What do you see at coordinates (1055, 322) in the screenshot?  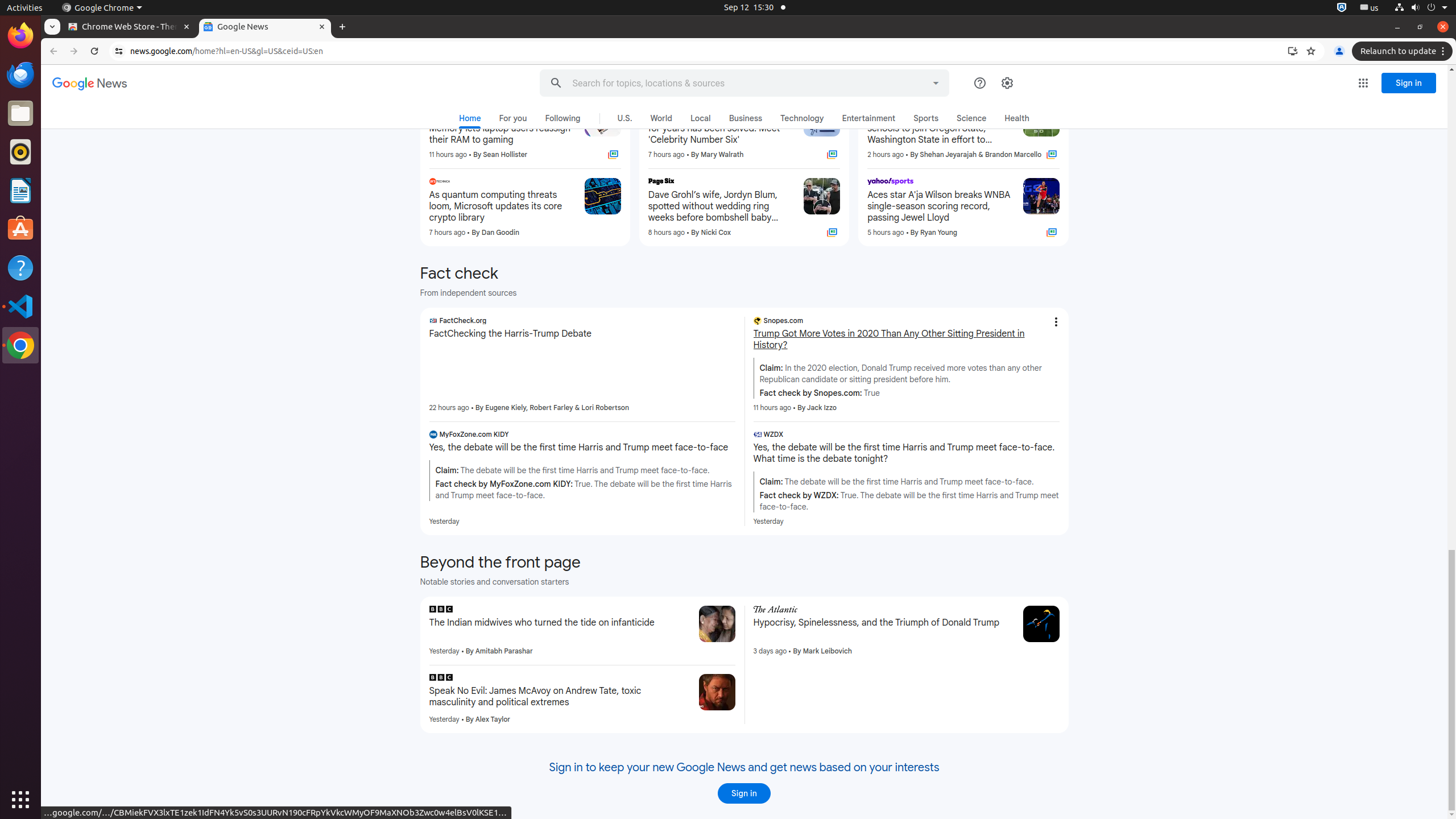 I see `'More - Trump Got More Votes in 2020 Than Any Other Sitting President in History?'` at bounding box center [1055, 322].